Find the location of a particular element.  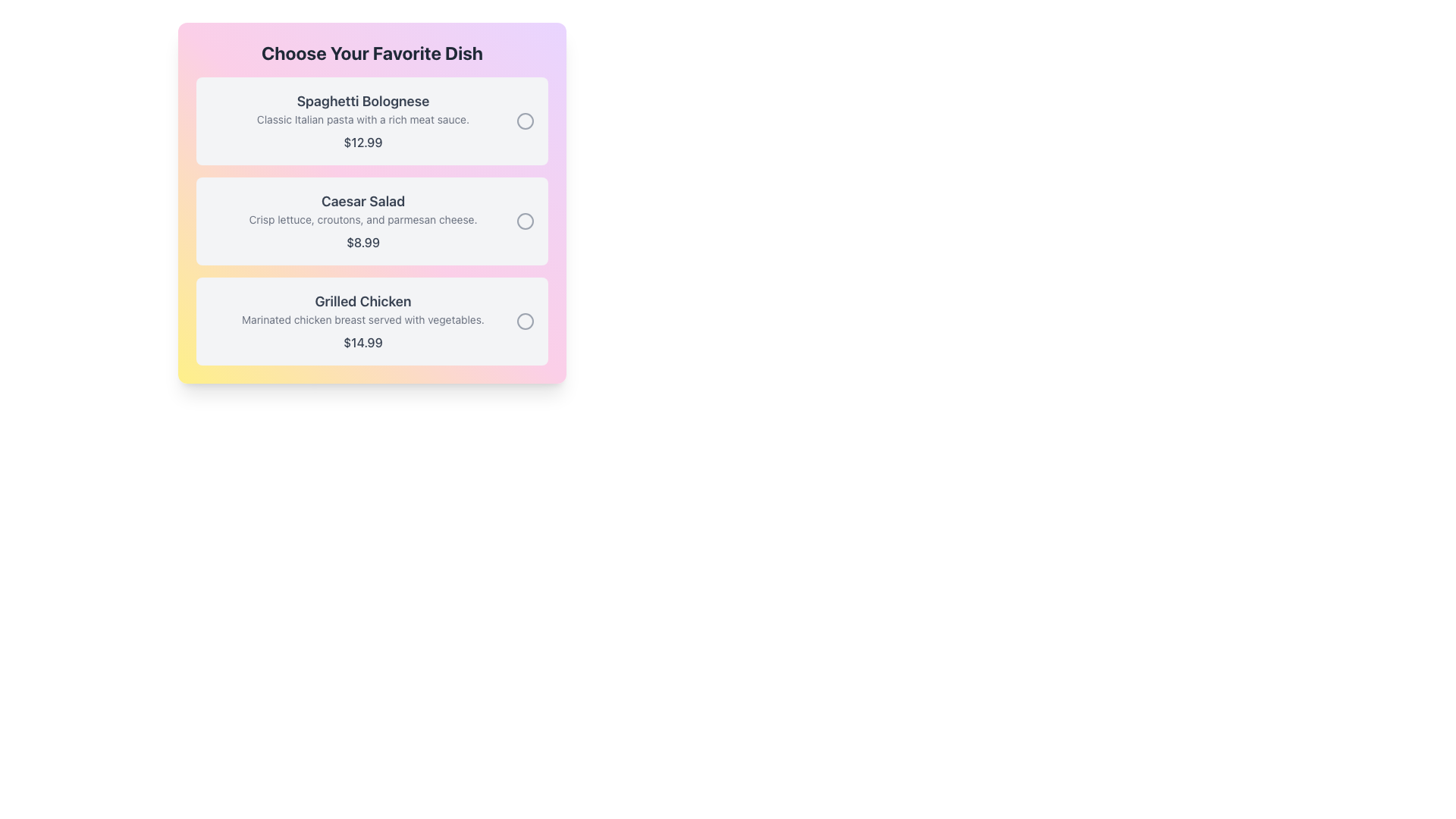

the static text that describes the dish 'Spaghetti Bolognese', which is positioned below the title and above the price label in the first option of the list is located at coordinates (362, 119).